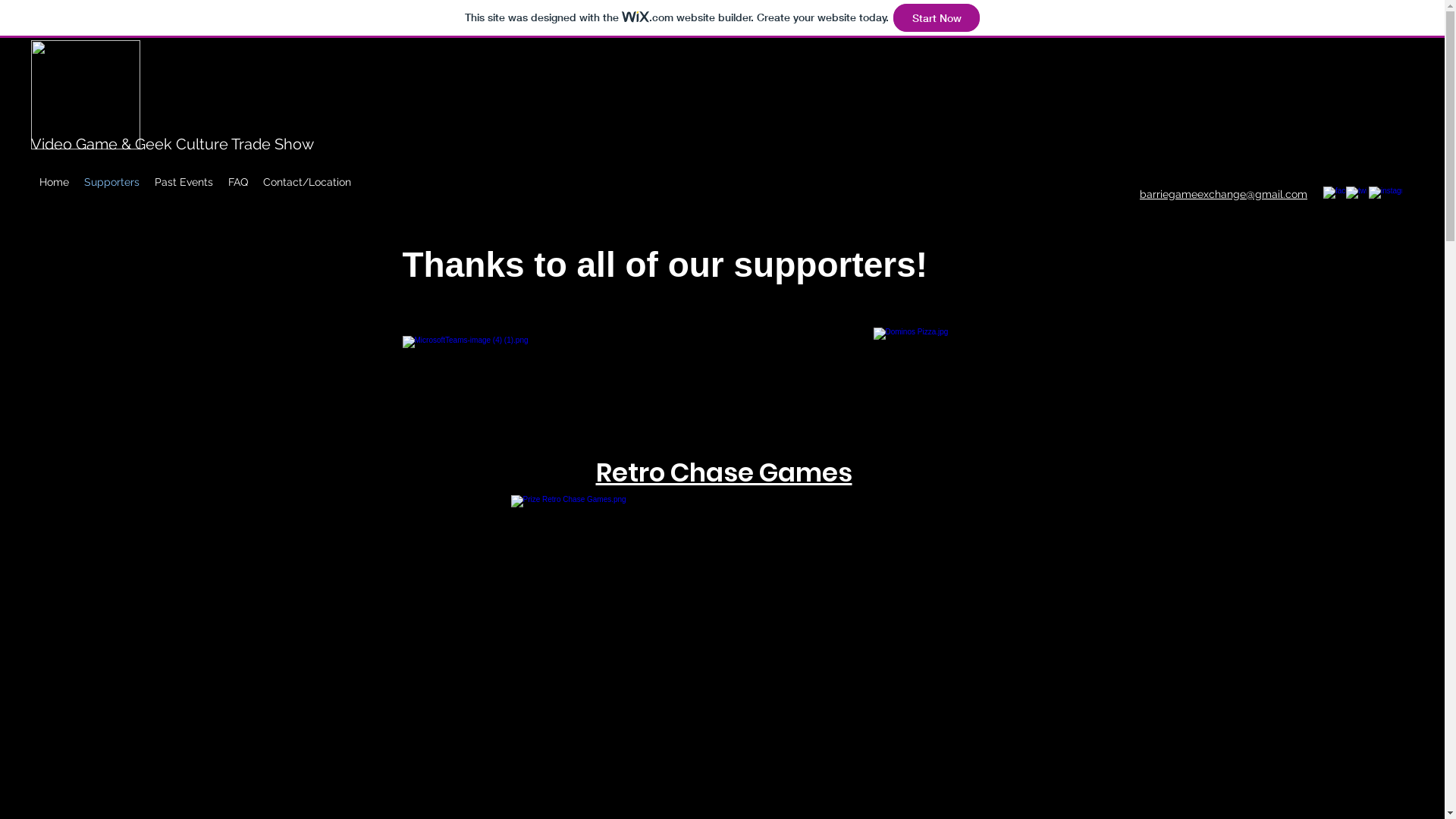  I want to click on 'barriegameexchange@gmail.com', so click(1223, 193).